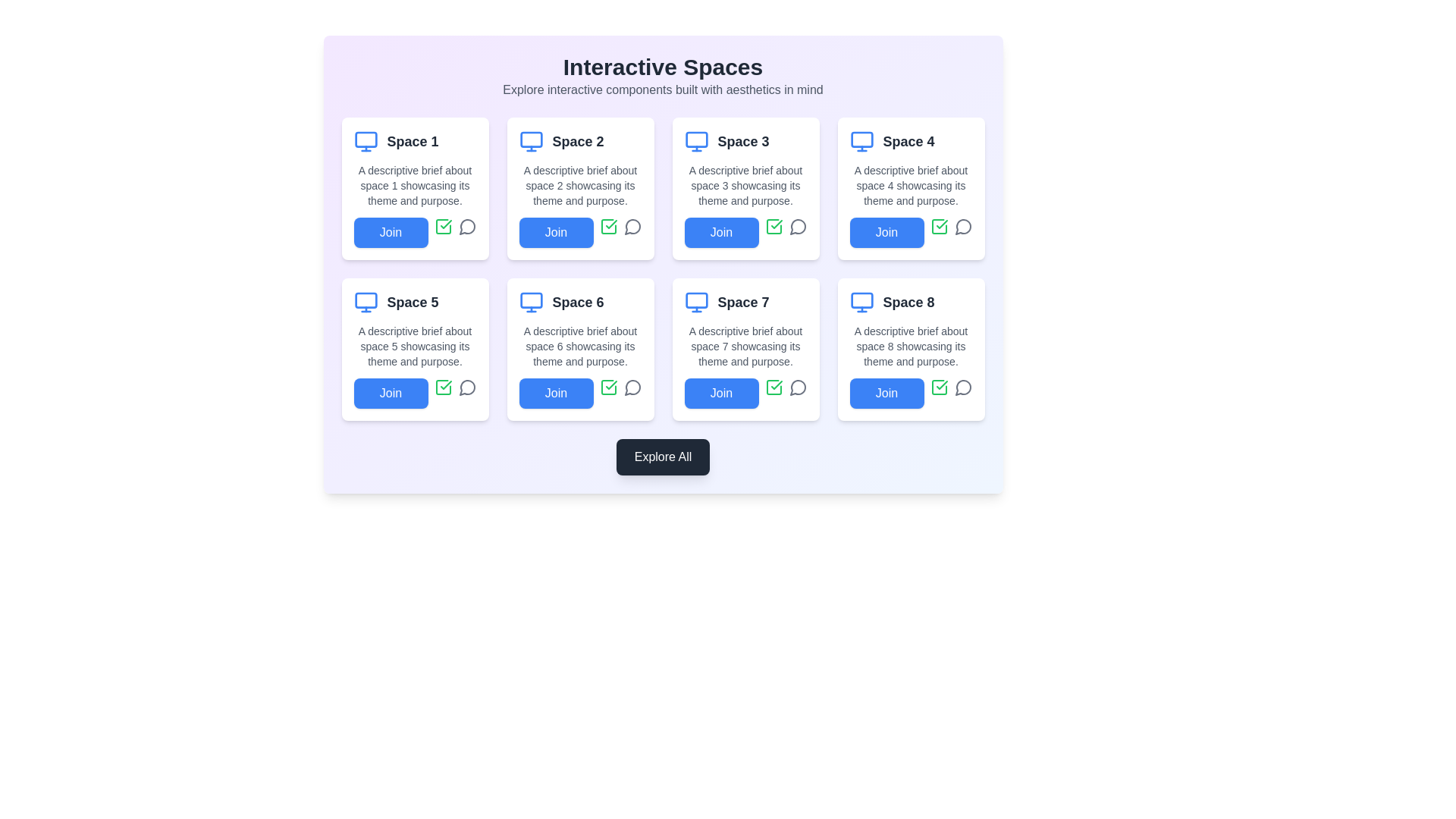  Describe the element at coordinates (720, 393) in the screenshot. I see `the button located in the bottom section of the 'Space 7' card to observe a potential styling change` at that location.